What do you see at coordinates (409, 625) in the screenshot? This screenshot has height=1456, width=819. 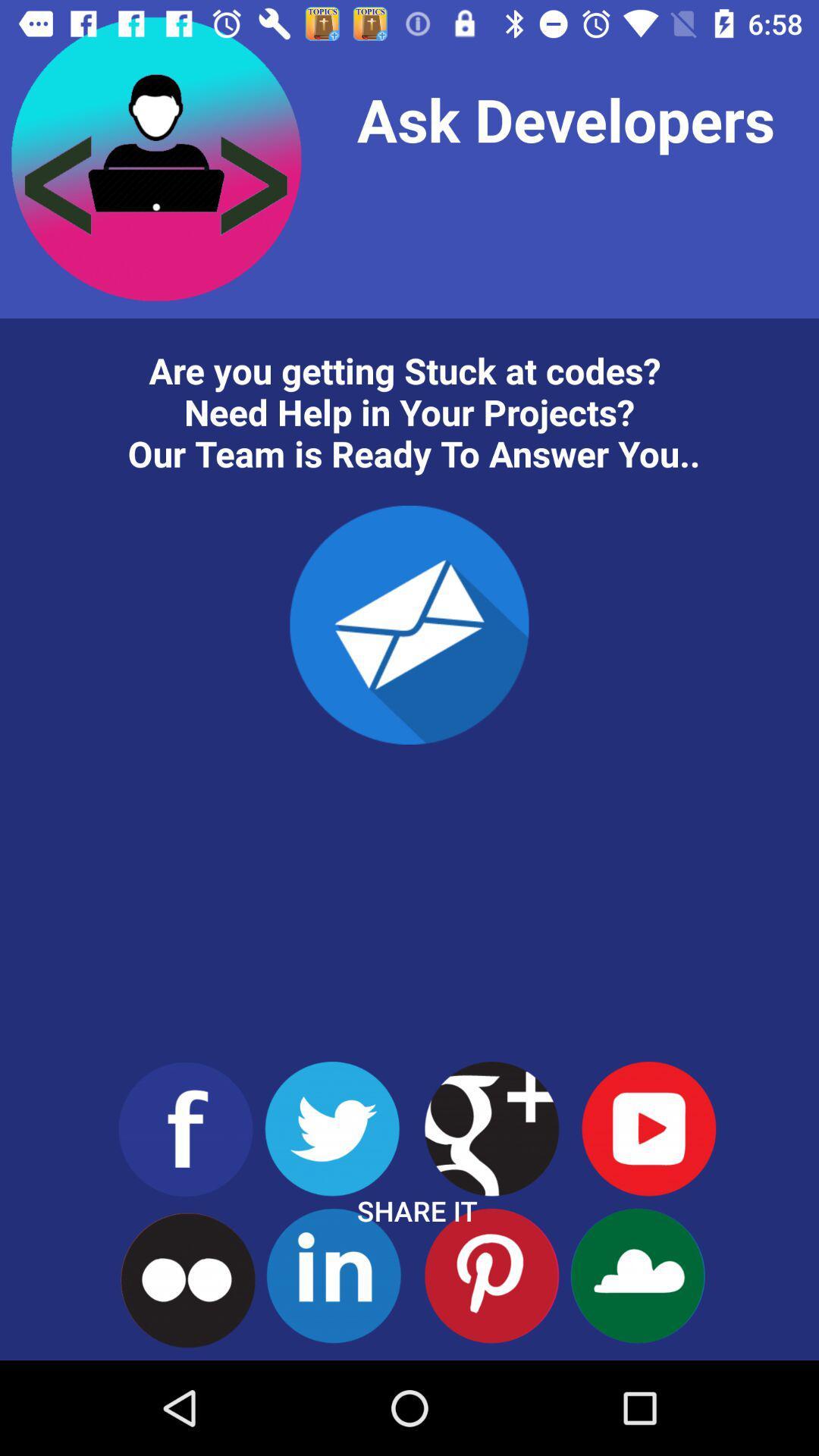 I see `the icon below the are you getting item` at bounding box center [409, 625].